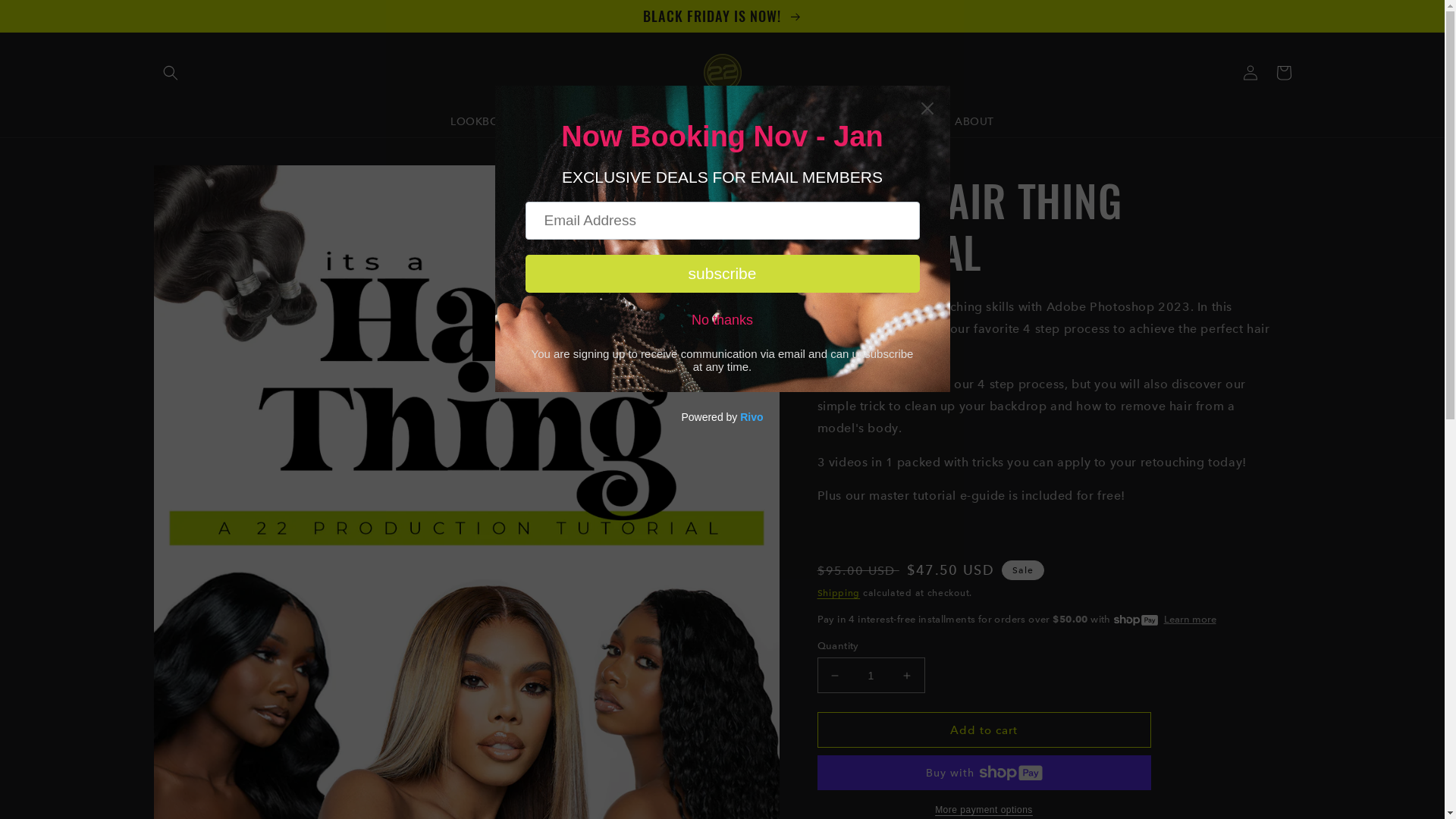  Describe the element at coordinates (573, 120) in the screenshot. I see `'SERVICES'` at that location.